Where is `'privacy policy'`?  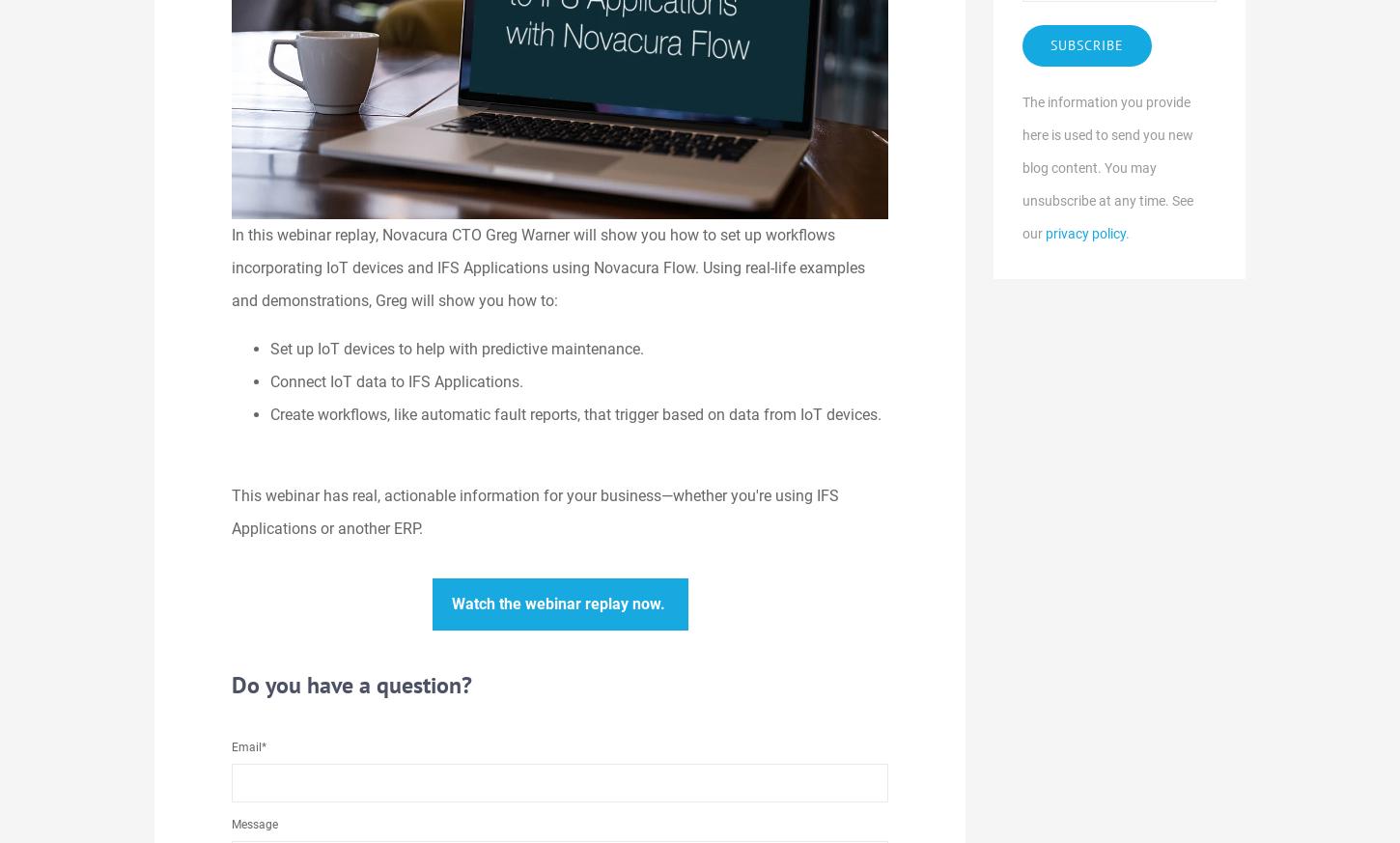 'privacy policy' is located at coordinates (1084, 232).